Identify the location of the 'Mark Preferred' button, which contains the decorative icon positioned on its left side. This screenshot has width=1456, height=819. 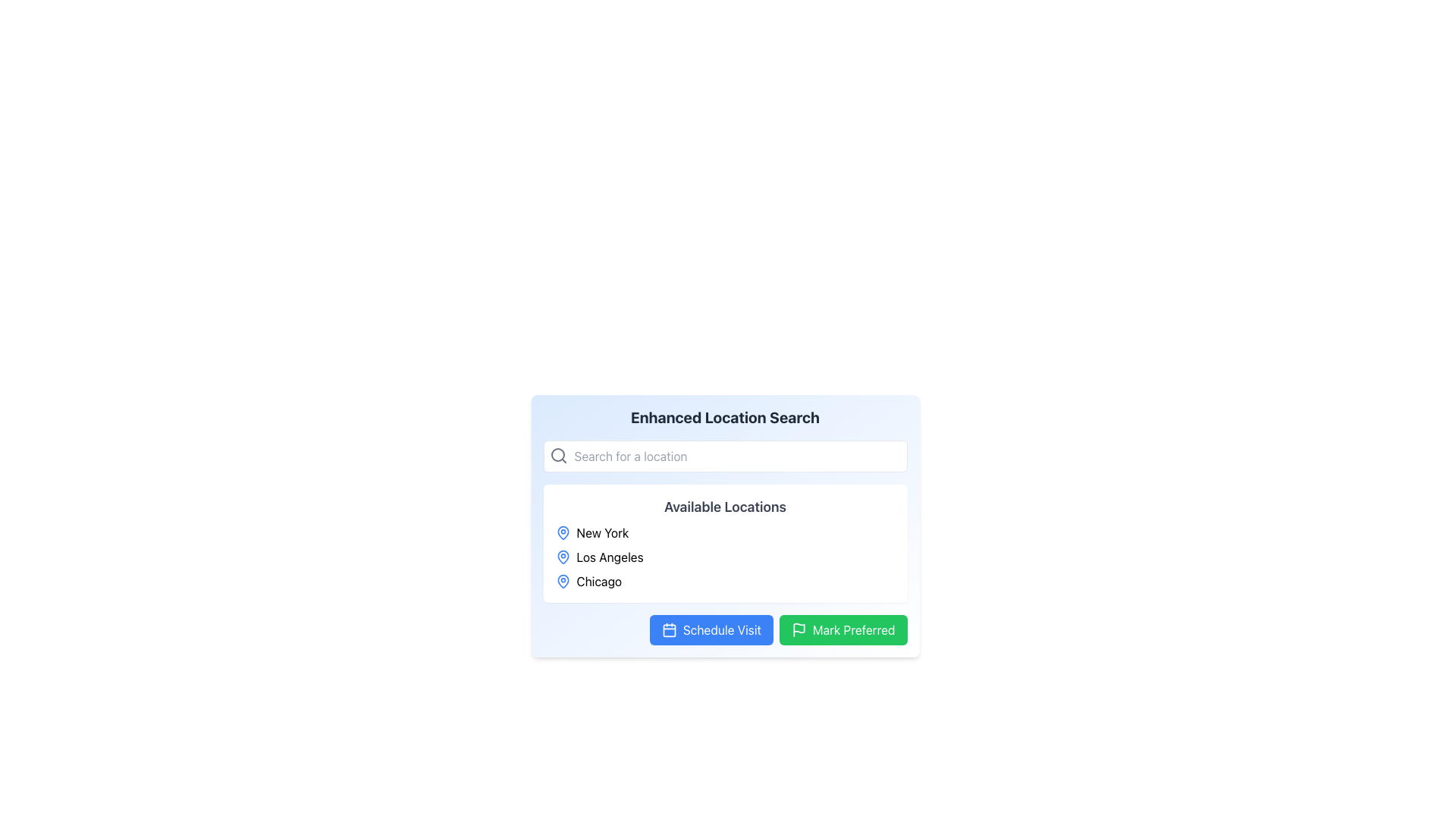
(798, 629).